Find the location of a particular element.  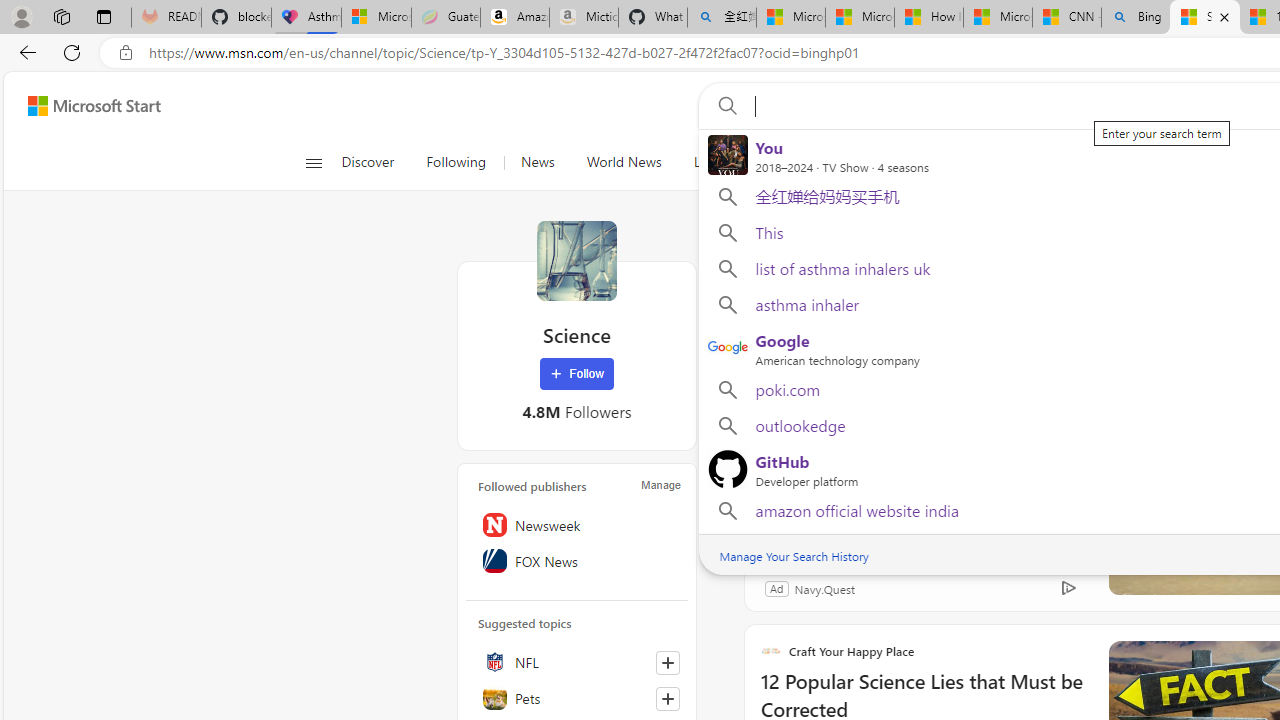

'How I Got Rid of Microsoft Edge' is located at coordinates (927, 17).